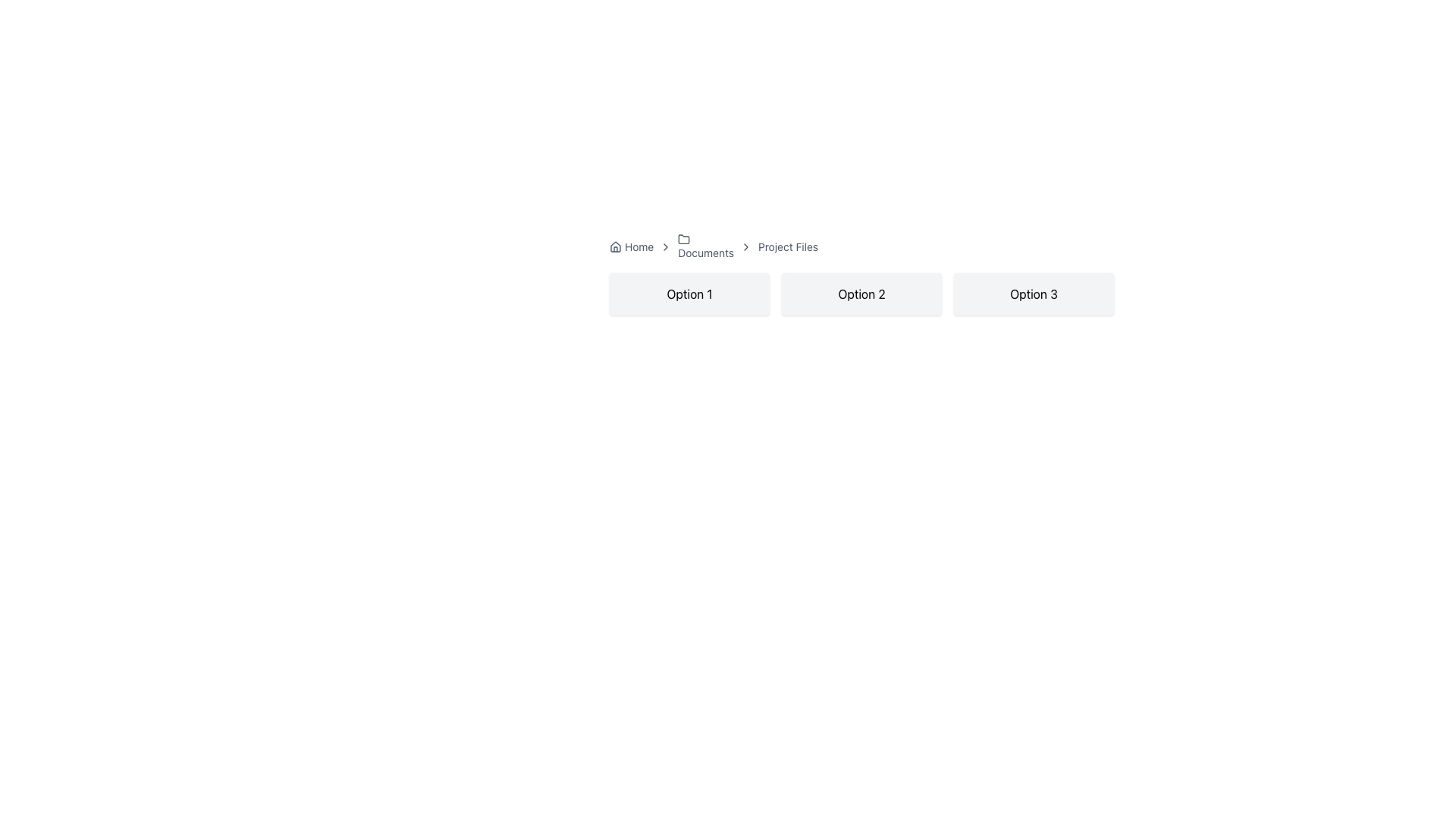  Describe the element at coordinates (683, 239) in the screenshot. I see `the folder-shaped icon located in the breadcrumb navigation bar, positioned between 'Documents' and 'Project Files'` at that location.